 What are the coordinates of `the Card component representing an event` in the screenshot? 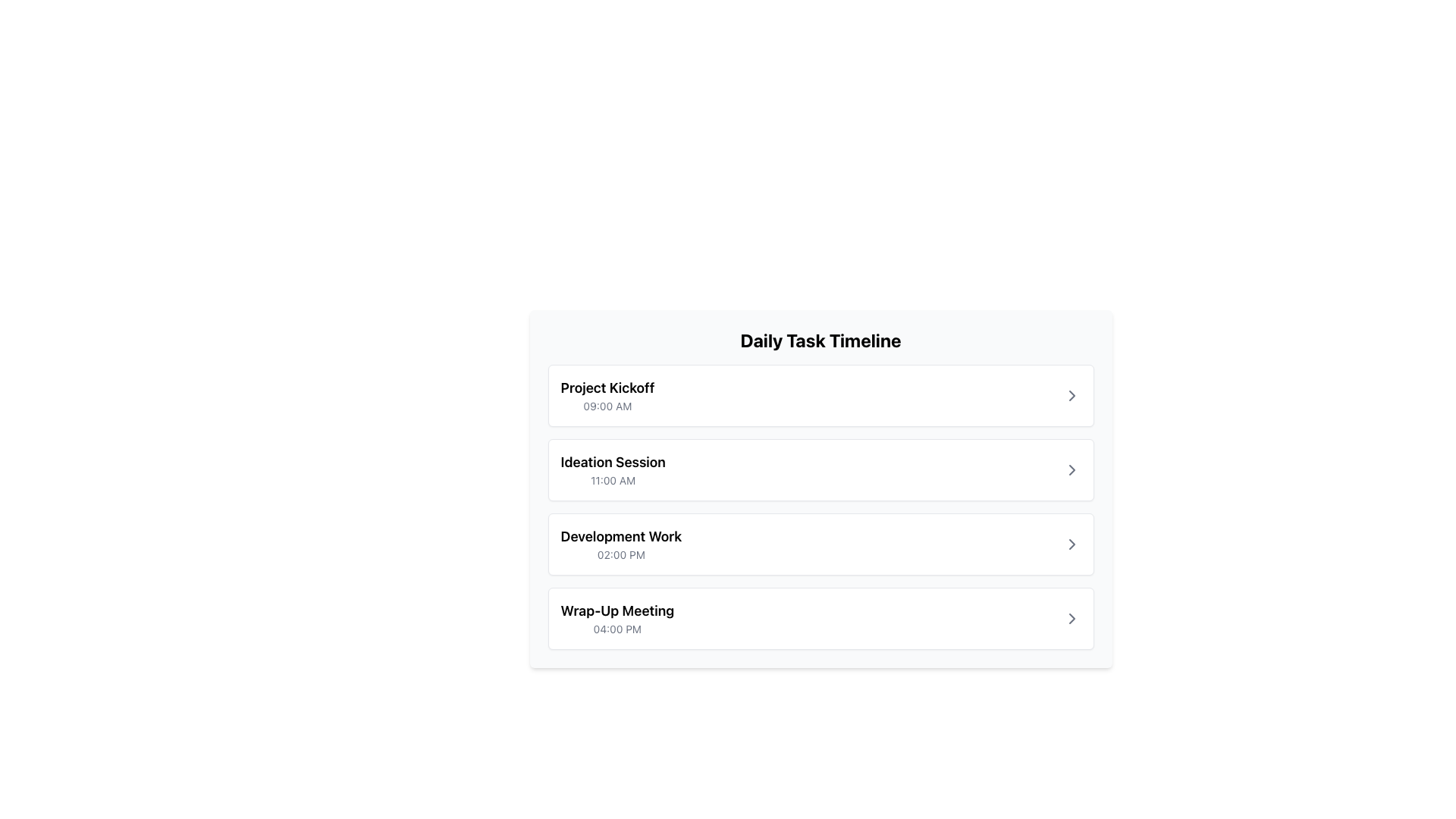 It's located at (820, 488).